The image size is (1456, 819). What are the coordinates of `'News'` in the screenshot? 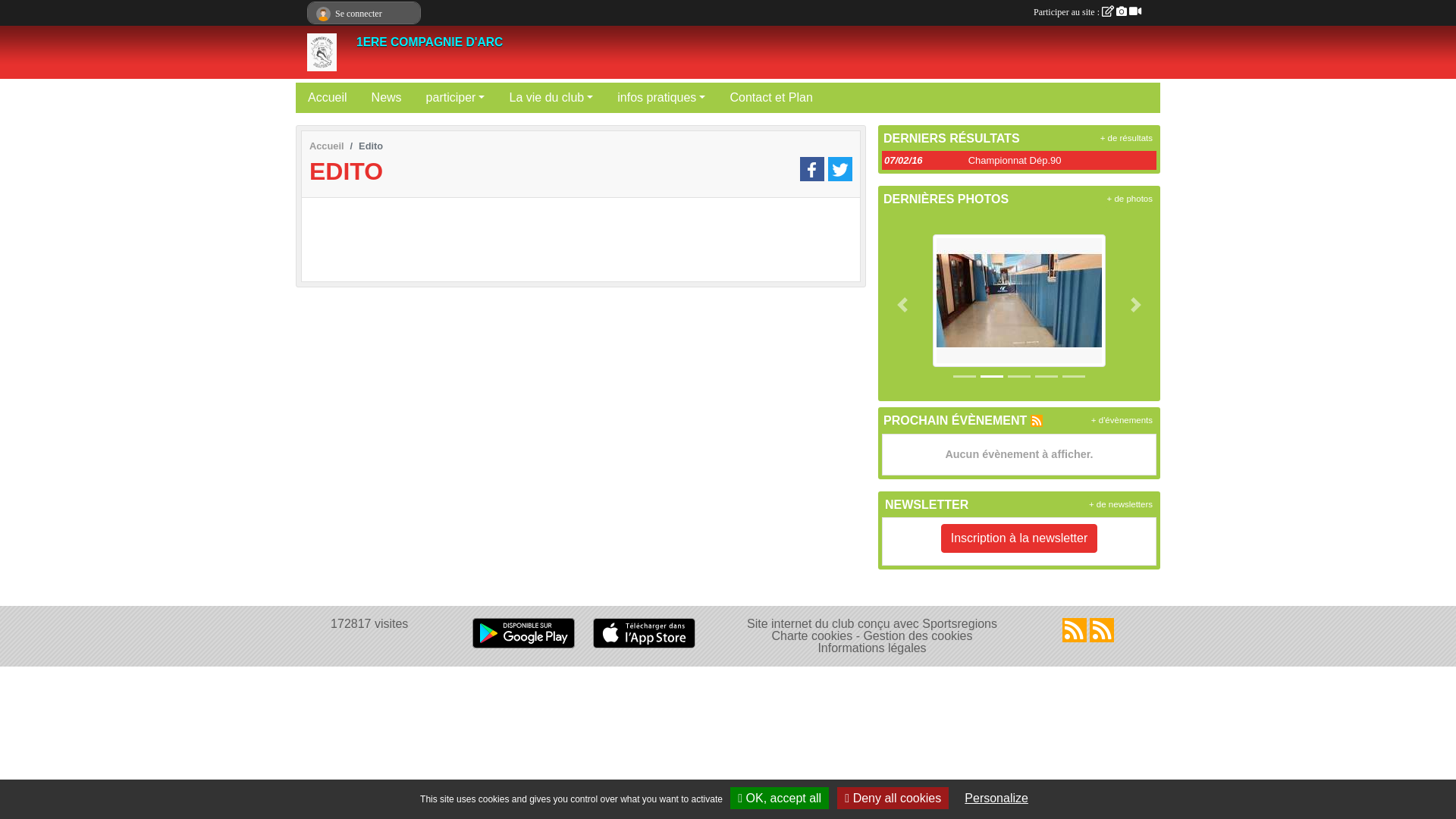 It's located at (386, 97).